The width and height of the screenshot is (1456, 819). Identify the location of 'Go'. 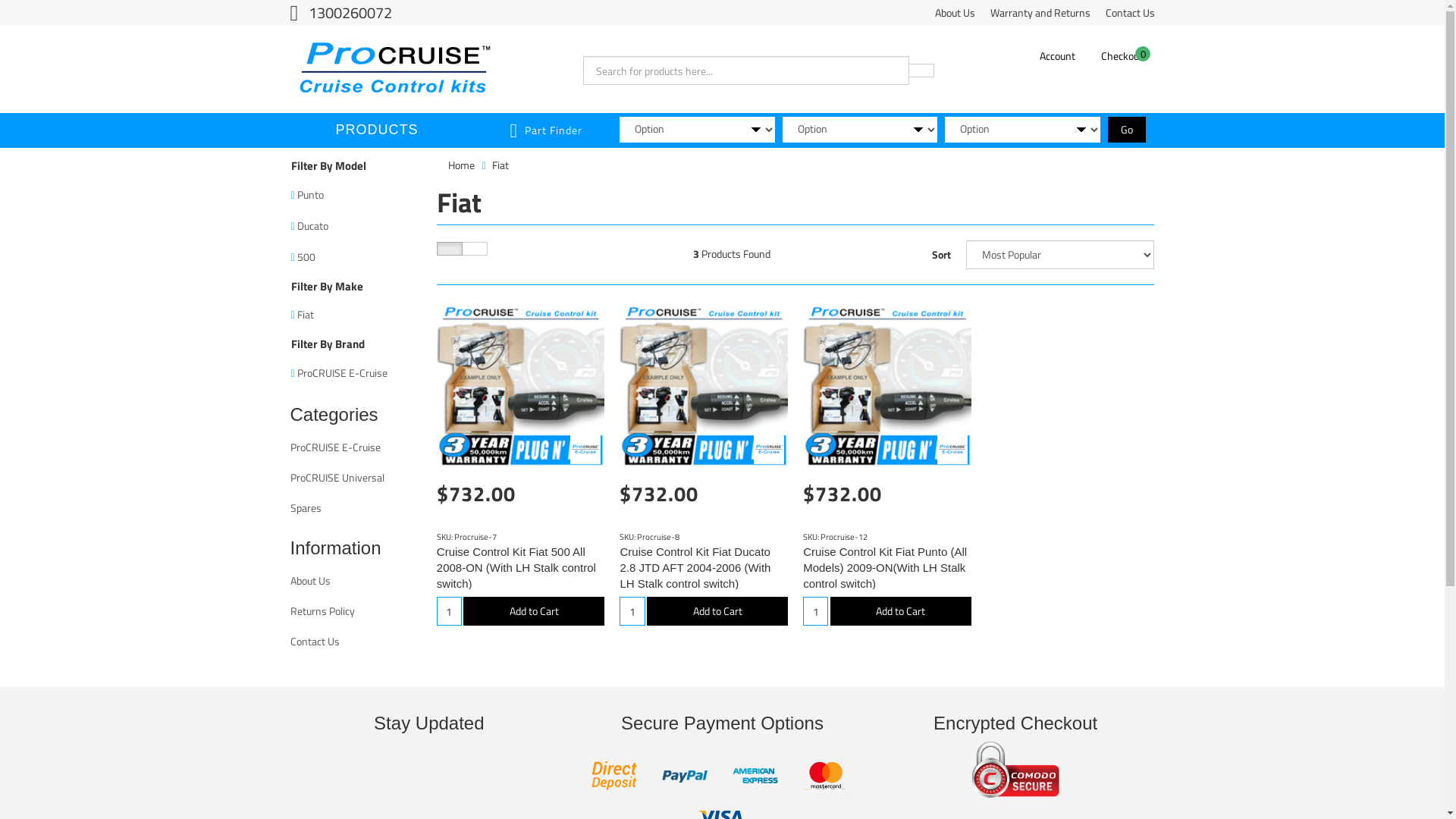
(1127, 128).